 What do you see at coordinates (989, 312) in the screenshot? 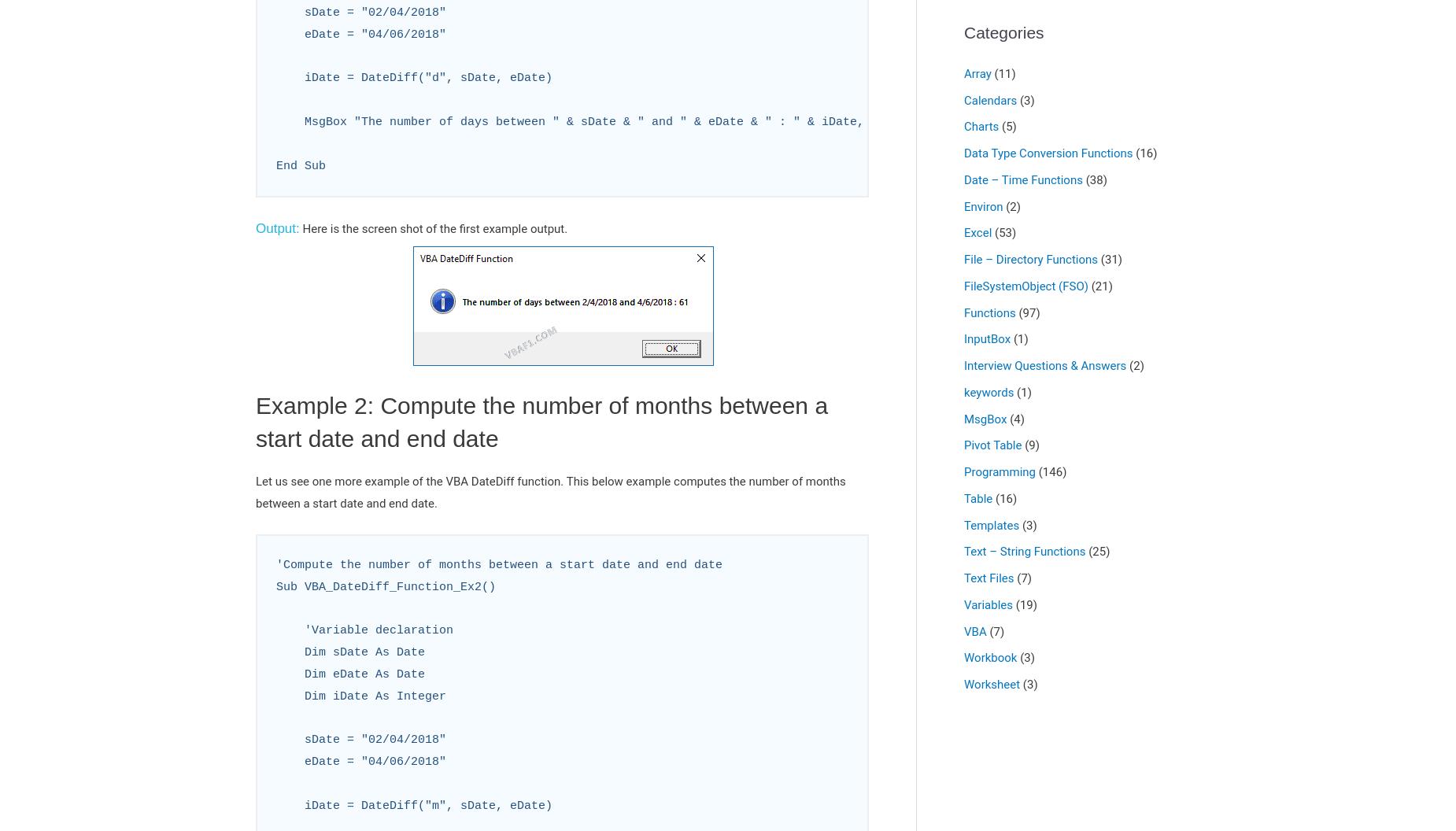
I see `'Functions'` at bounding box center [989, 312].